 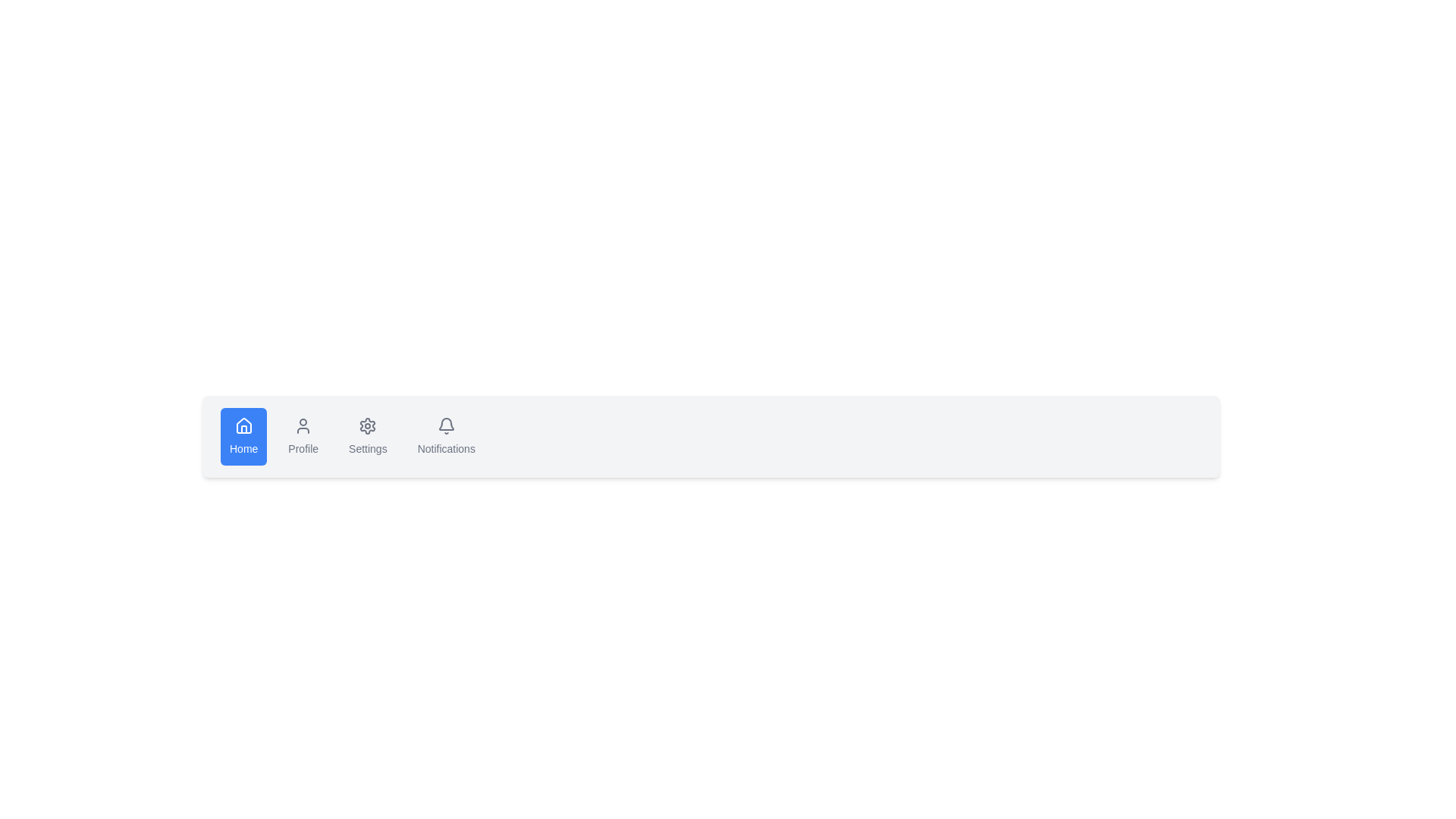 What do you see at coordinates (445, 447) in the screenshot?
I see `text label located below the bell icon that describes its functionality related to notifications` at bounding box center [445, 447].